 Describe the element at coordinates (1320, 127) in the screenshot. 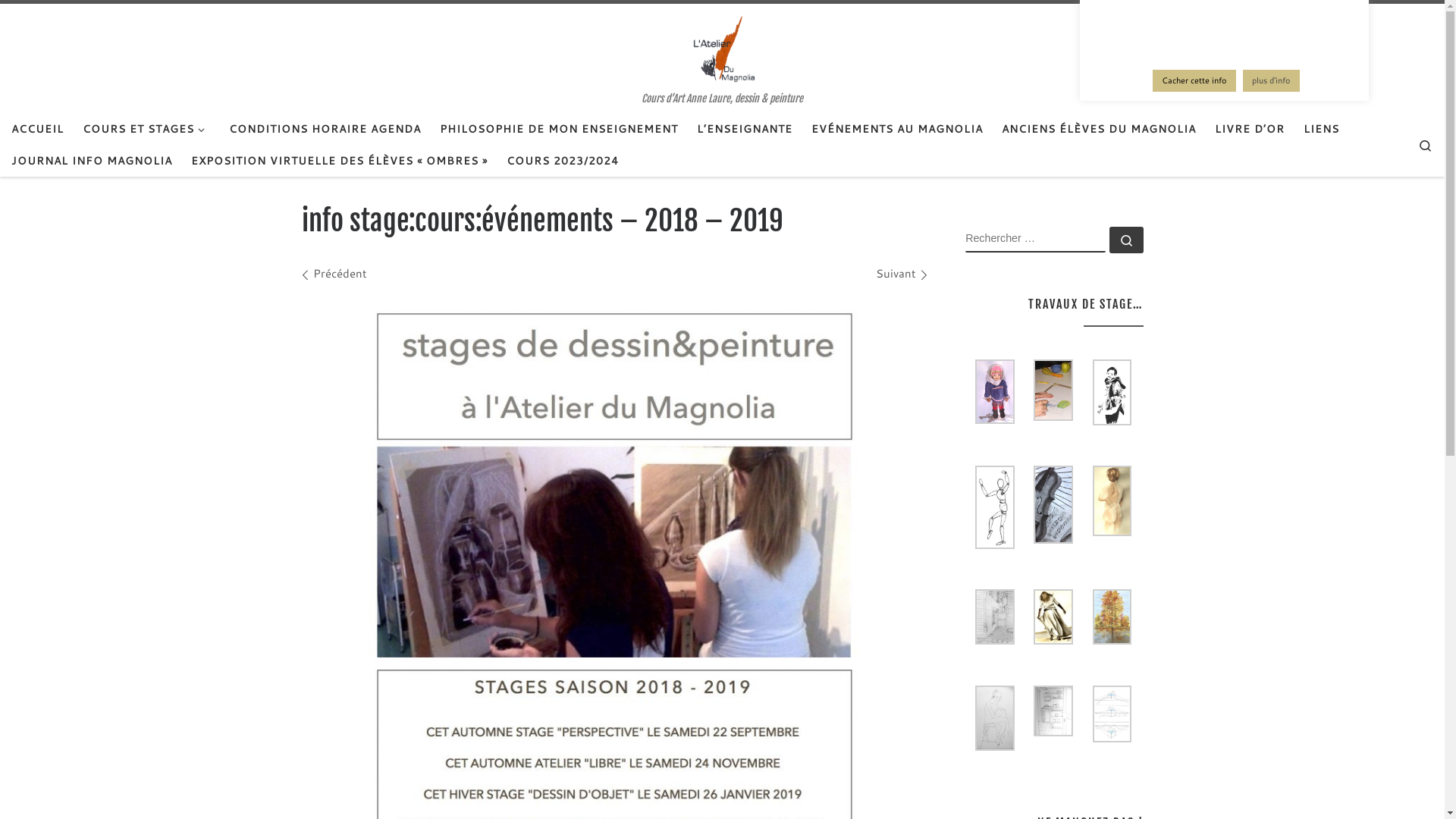

I see `'LIENS'` at that location.